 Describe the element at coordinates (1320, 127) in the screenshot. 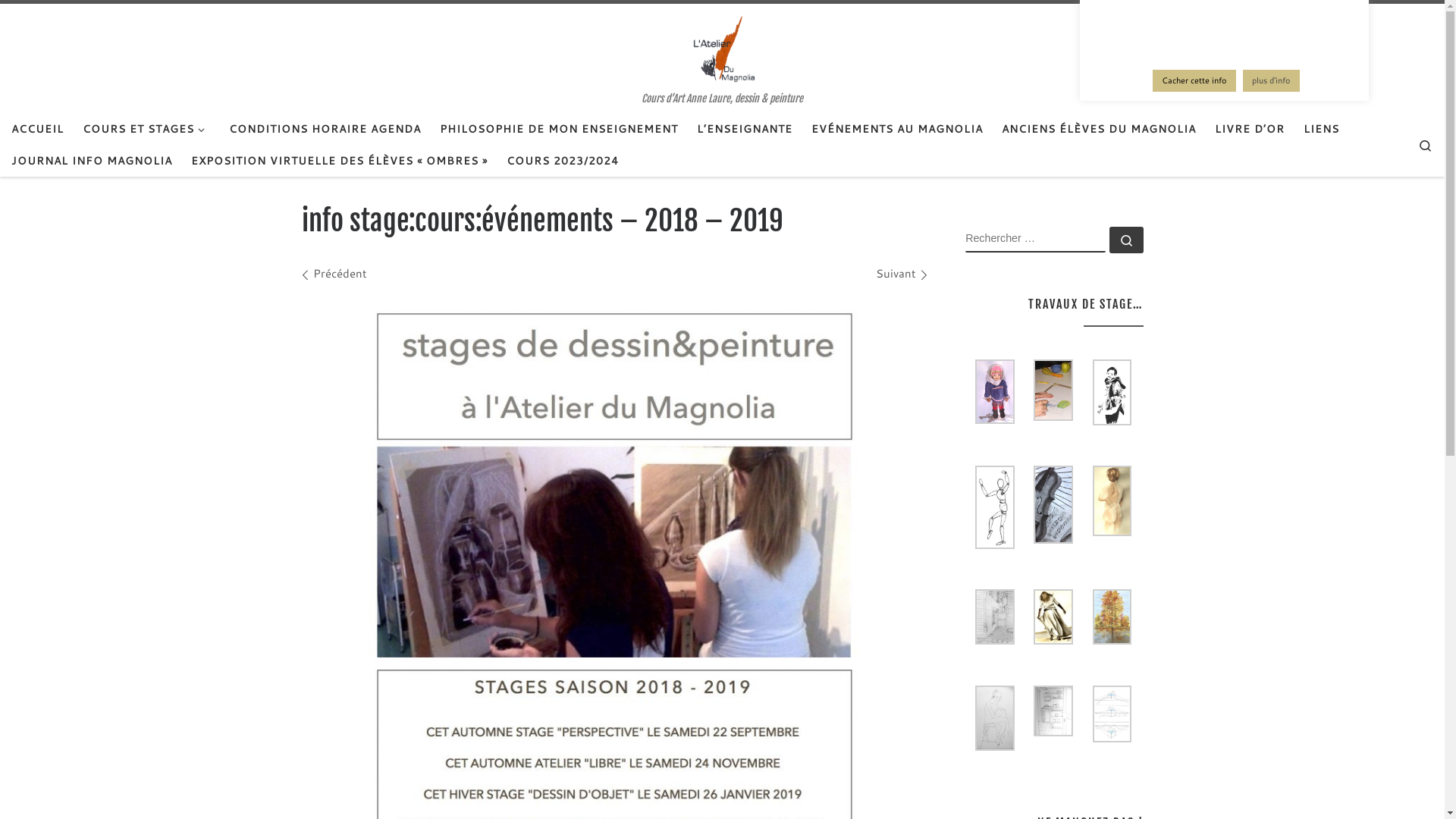

I see `'LIENS'` at that location.